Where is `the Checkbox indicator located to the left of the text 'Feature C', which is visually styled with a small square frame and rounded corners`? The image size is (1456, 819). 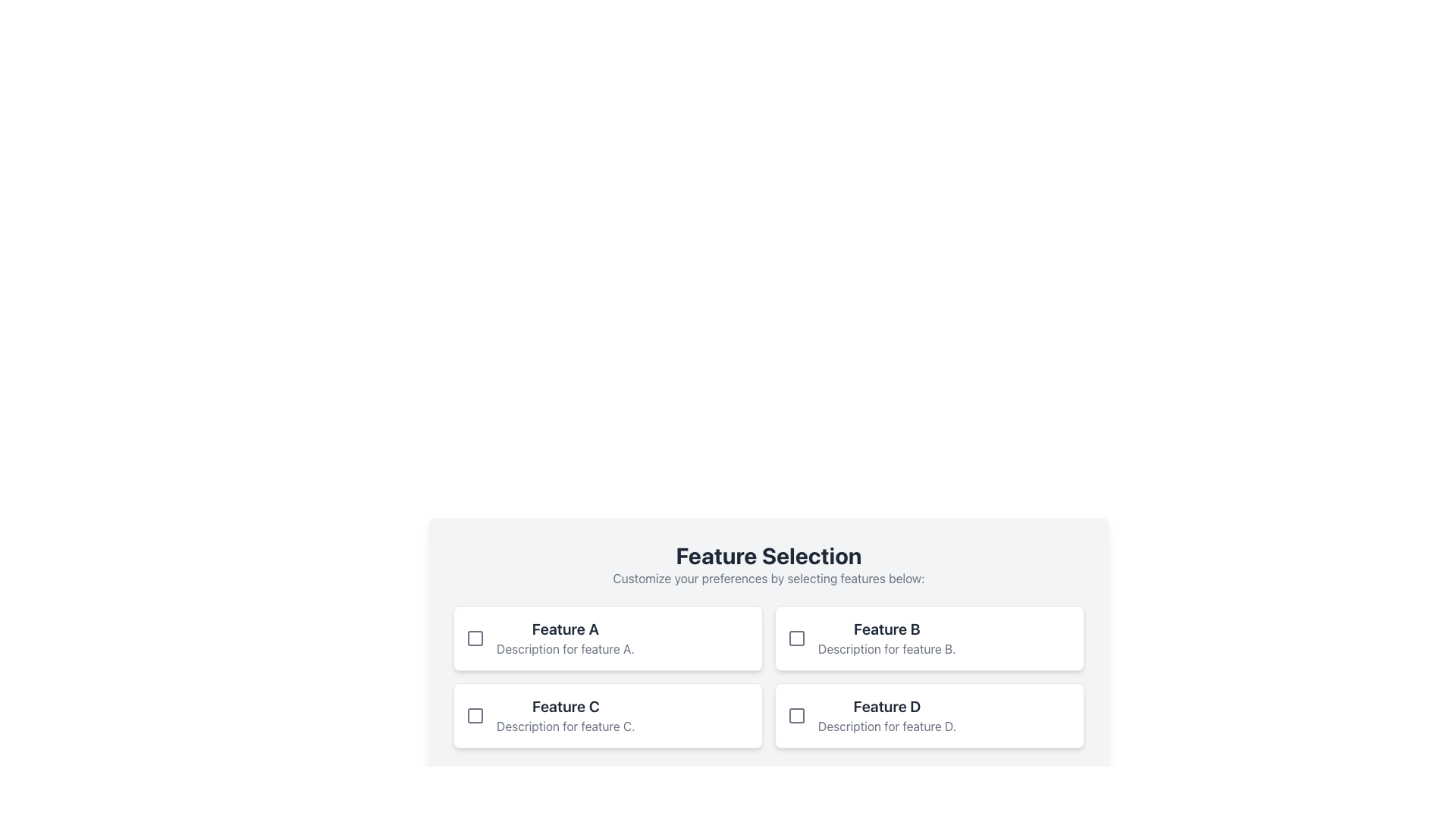 the Checkbox indicator located to the left of the text 'Feature C', which is visually styled with a small square frame and rounded corners is located at coordinates (475, 716).